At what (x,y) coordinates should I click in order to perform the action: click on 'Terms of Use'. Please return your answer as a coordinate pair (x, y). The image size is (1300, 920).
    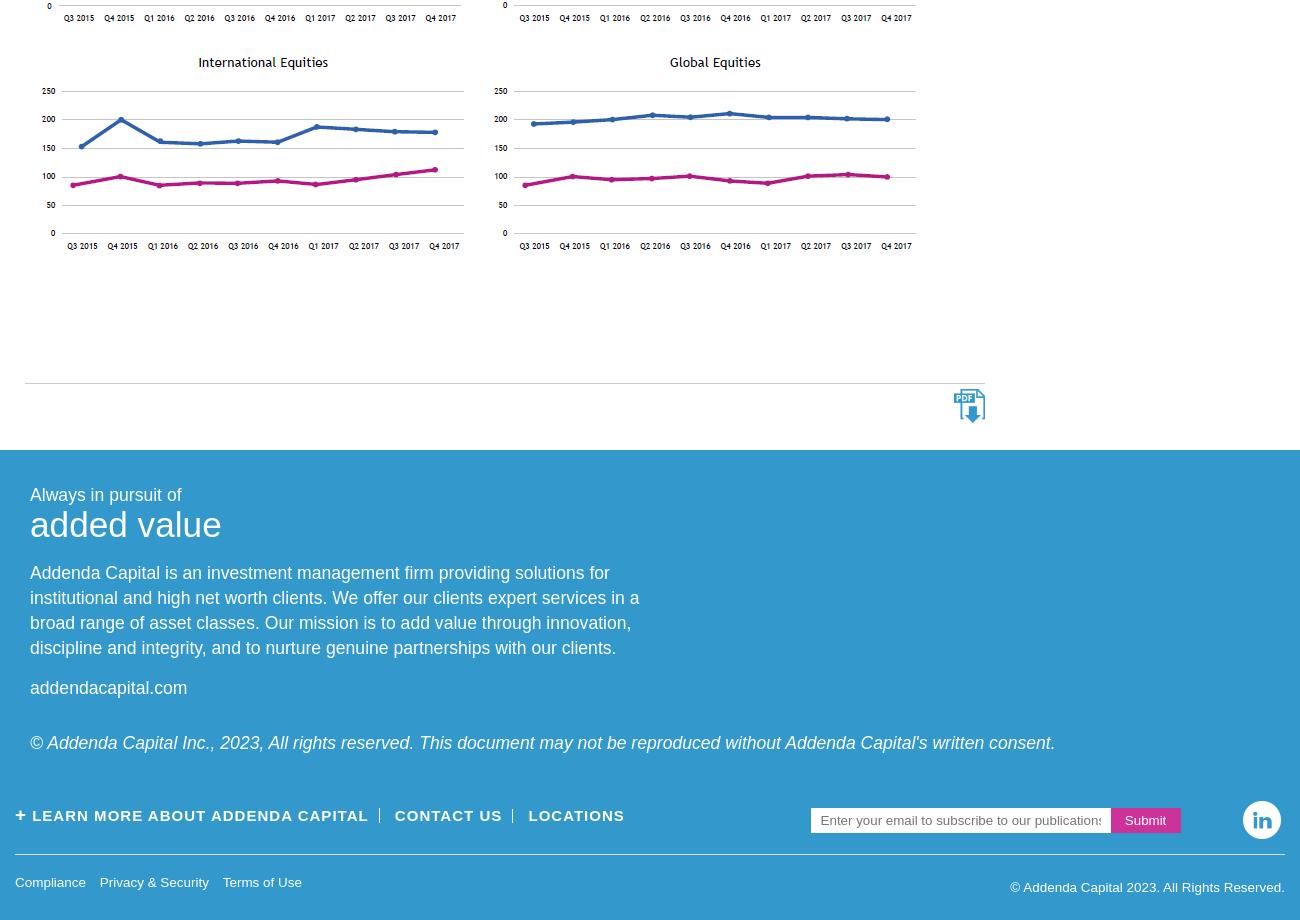
    Looking at the image, I should click on (260, 881).